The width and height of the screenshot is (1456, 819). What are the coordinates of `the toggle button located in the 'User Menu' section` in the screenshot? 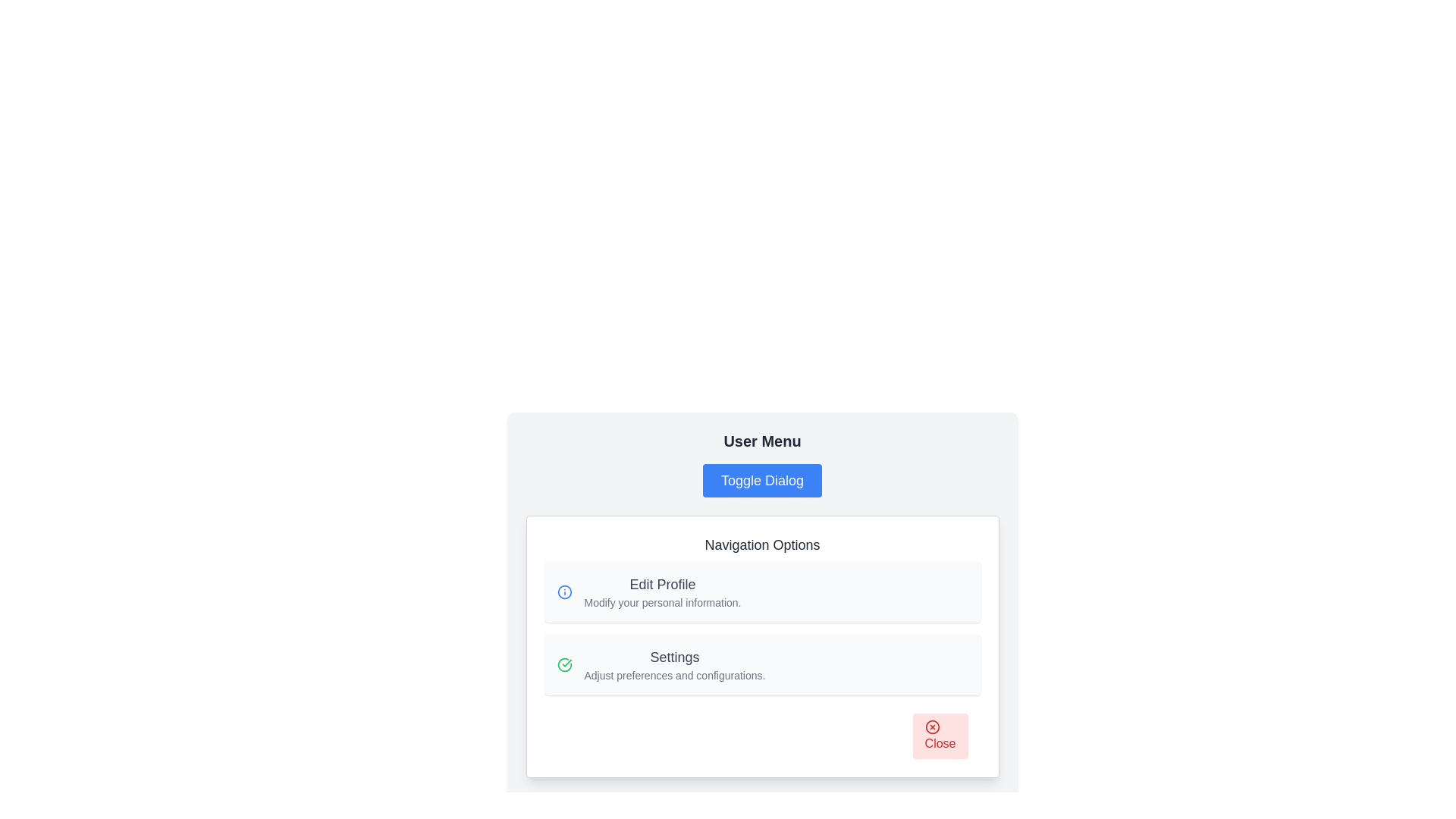 It's located at (762, 480).